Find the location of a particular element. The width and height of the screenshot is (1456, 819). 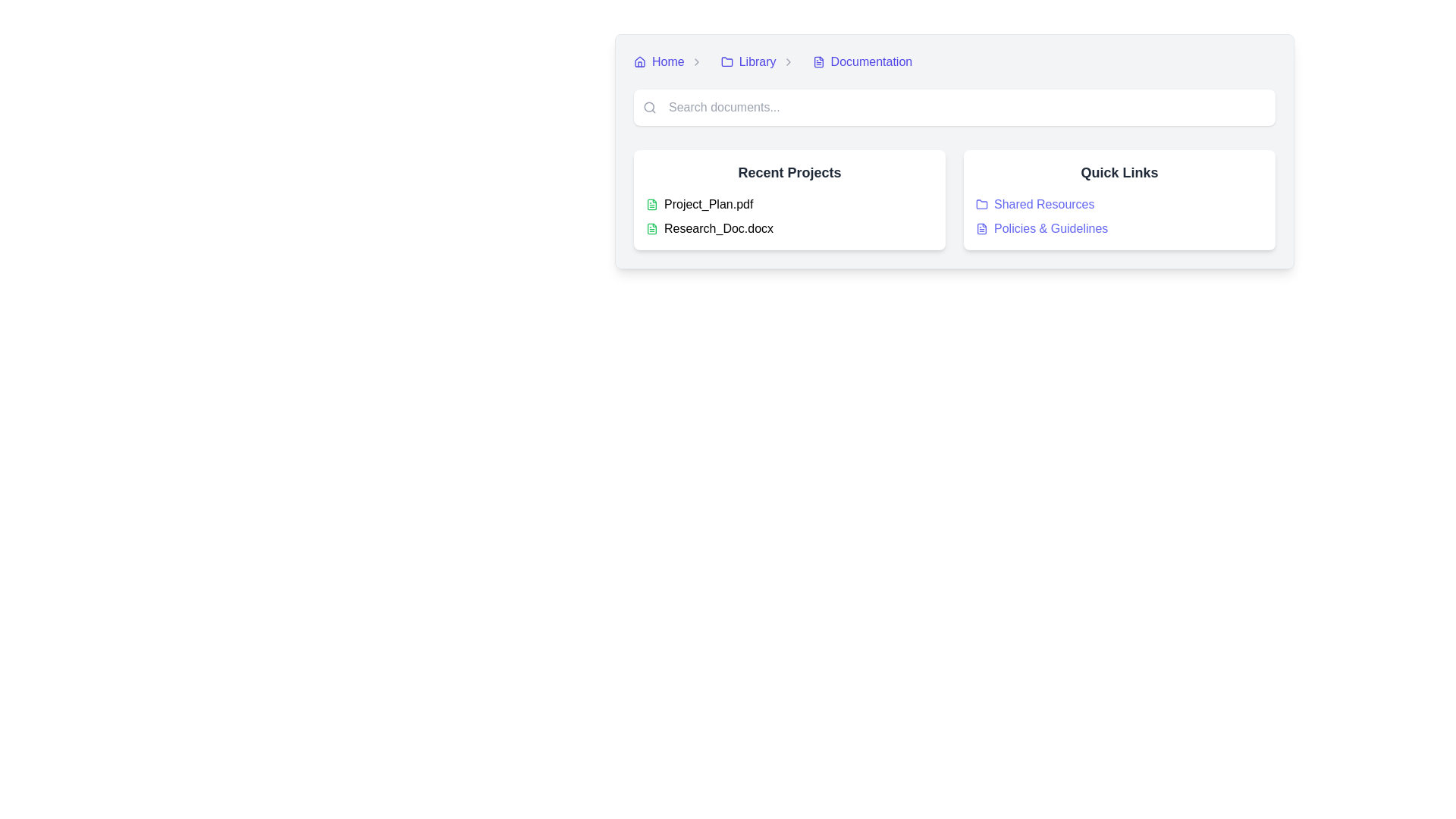

the document icon represented by a blue file symbol, located to the left of the 'Documentation' text in the navigation breadcrumb bar is located at coordinates (817, 61).